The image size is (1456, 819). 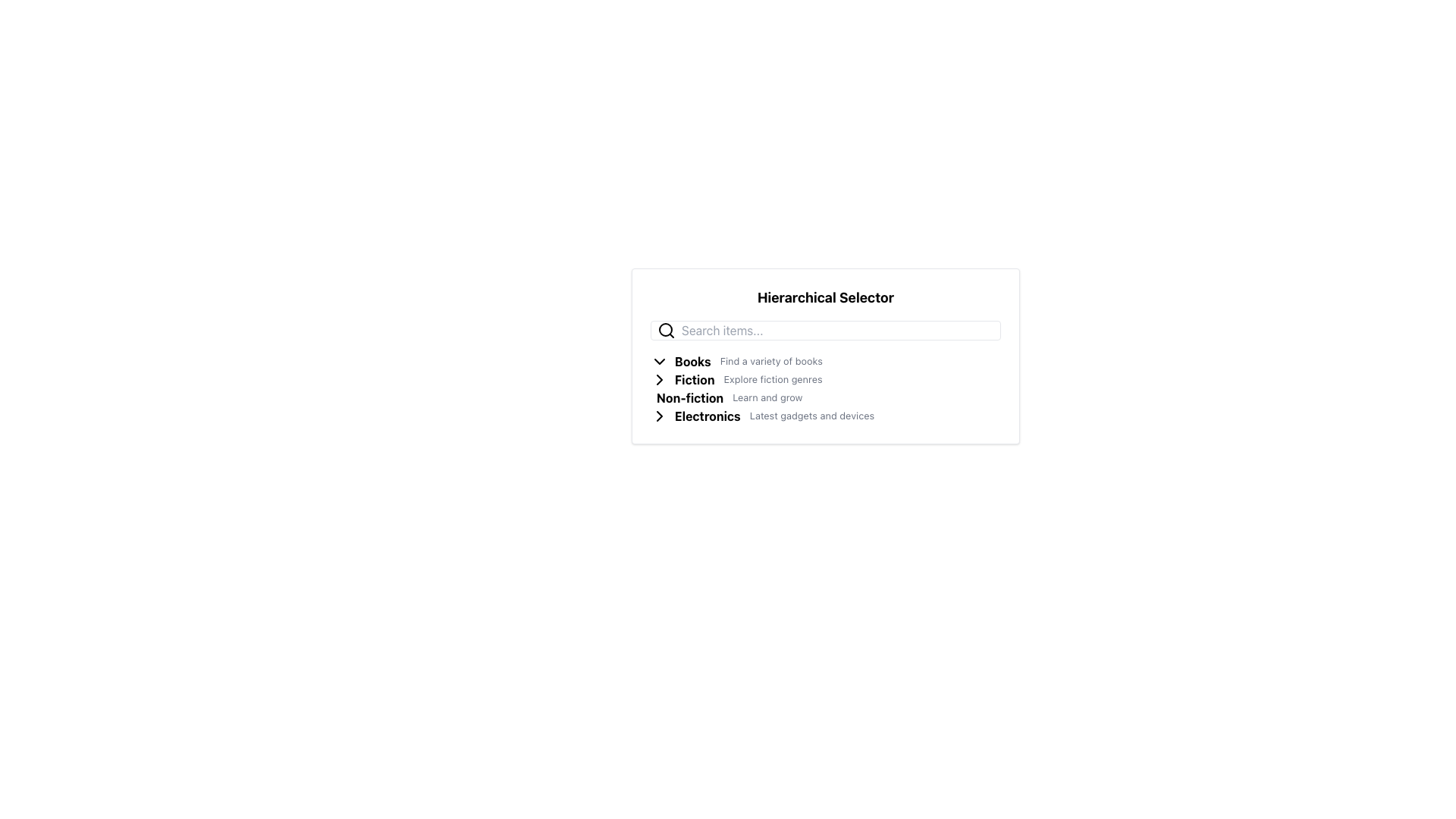 What do you see at coordinates (662, 416) in the screenshot?
I see `the rightward-facing chevron arrow icon` at bounding box center [662, 416].